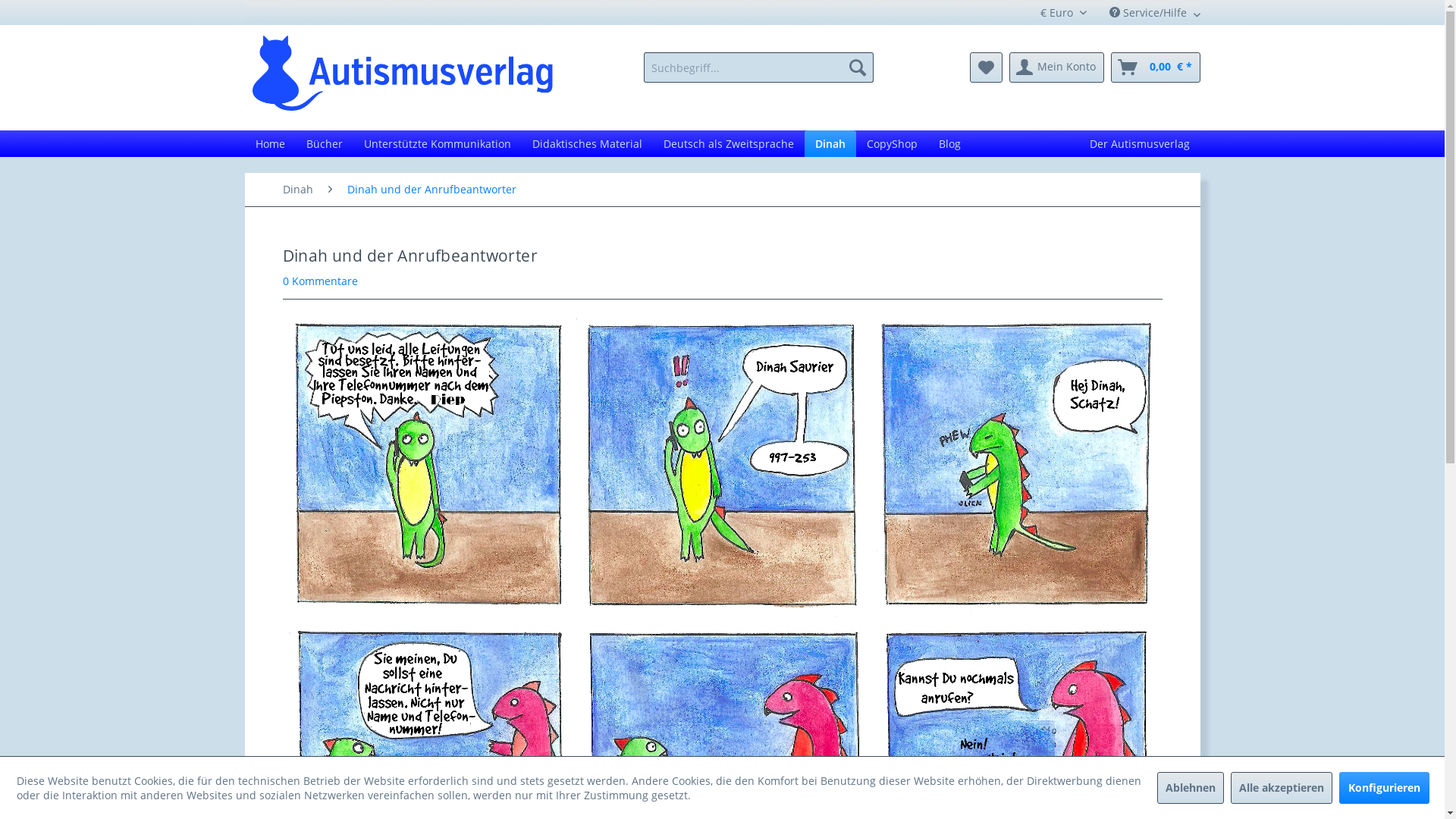 This screenshot has width=1456, height=819. Describe the element at coordinates (1156, 786) in the screenshot. I see `'Ablehnen'` at that location.